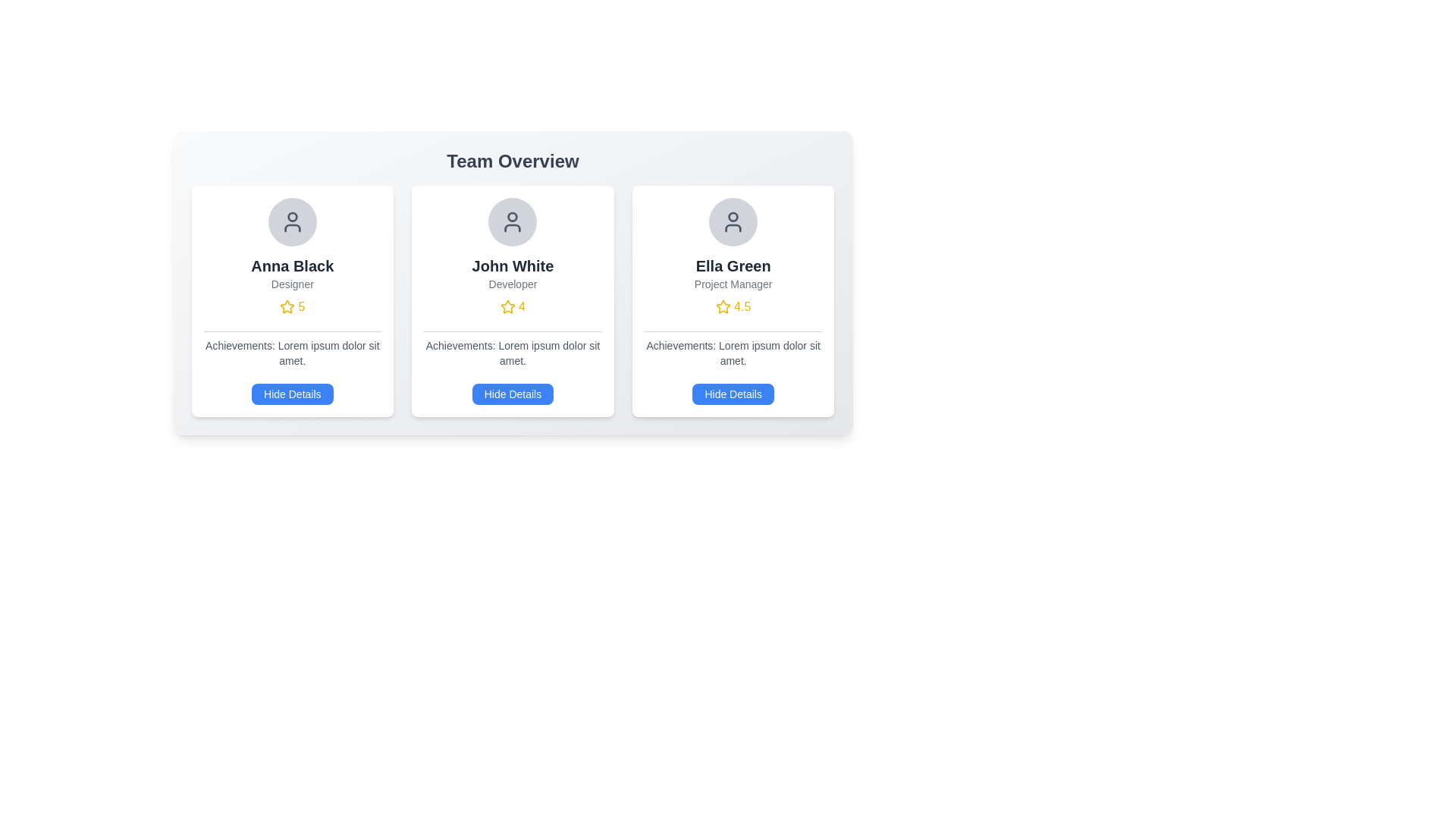 The width and height of the screenshot is (1456, 819). I want to click on the text block displaying 'Achievements: Lorem ipsum dolor sit amet.' located in the middle column under the 'John White' profile card, so click(513, 353).